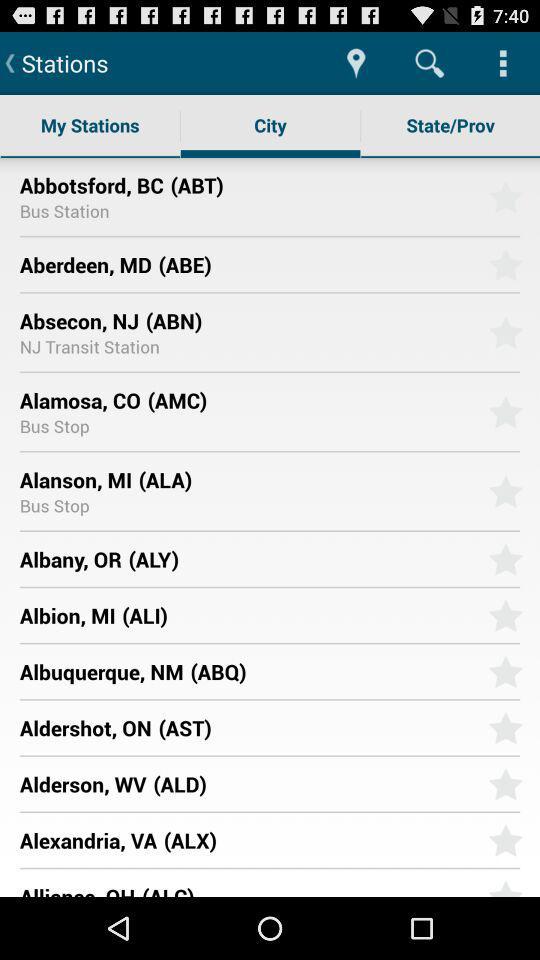 This screenshot has width=540, height=960. I want to click on the (abq), so click(332, 671).